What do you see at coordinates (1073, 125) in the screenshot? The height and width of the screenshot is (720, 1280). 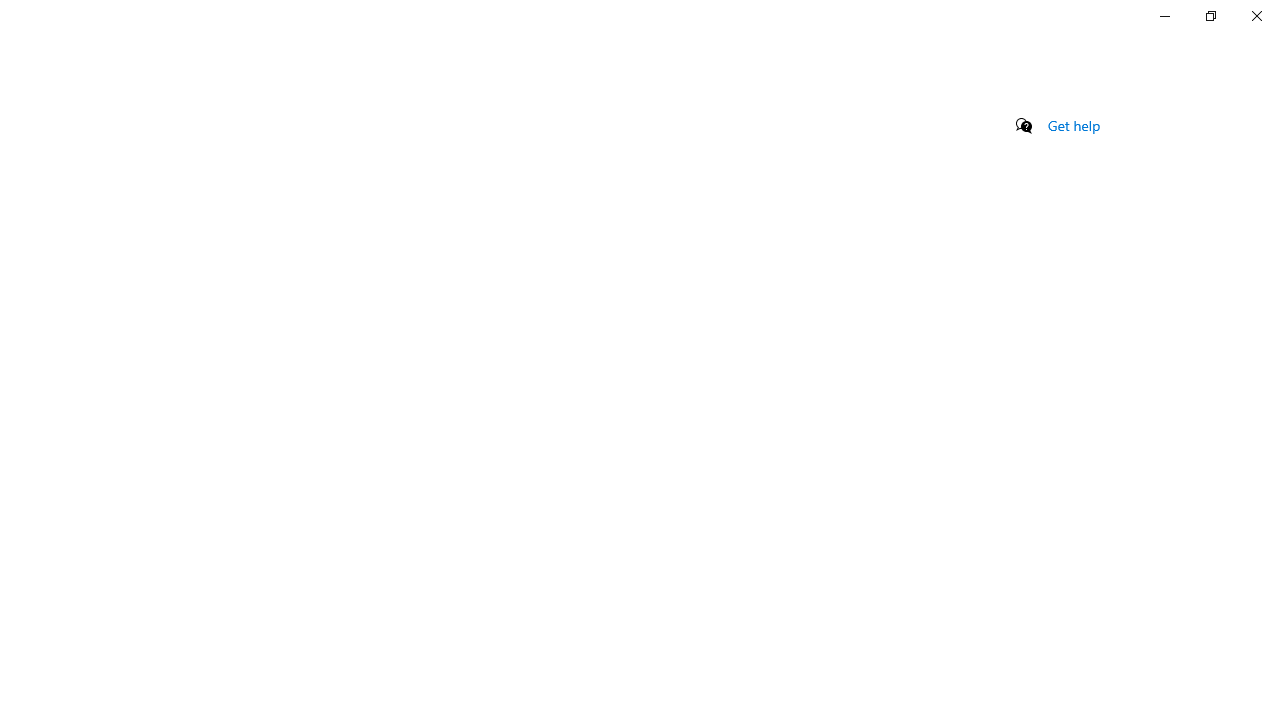 I see `'Get help'` at bounding box center [1073, 125].